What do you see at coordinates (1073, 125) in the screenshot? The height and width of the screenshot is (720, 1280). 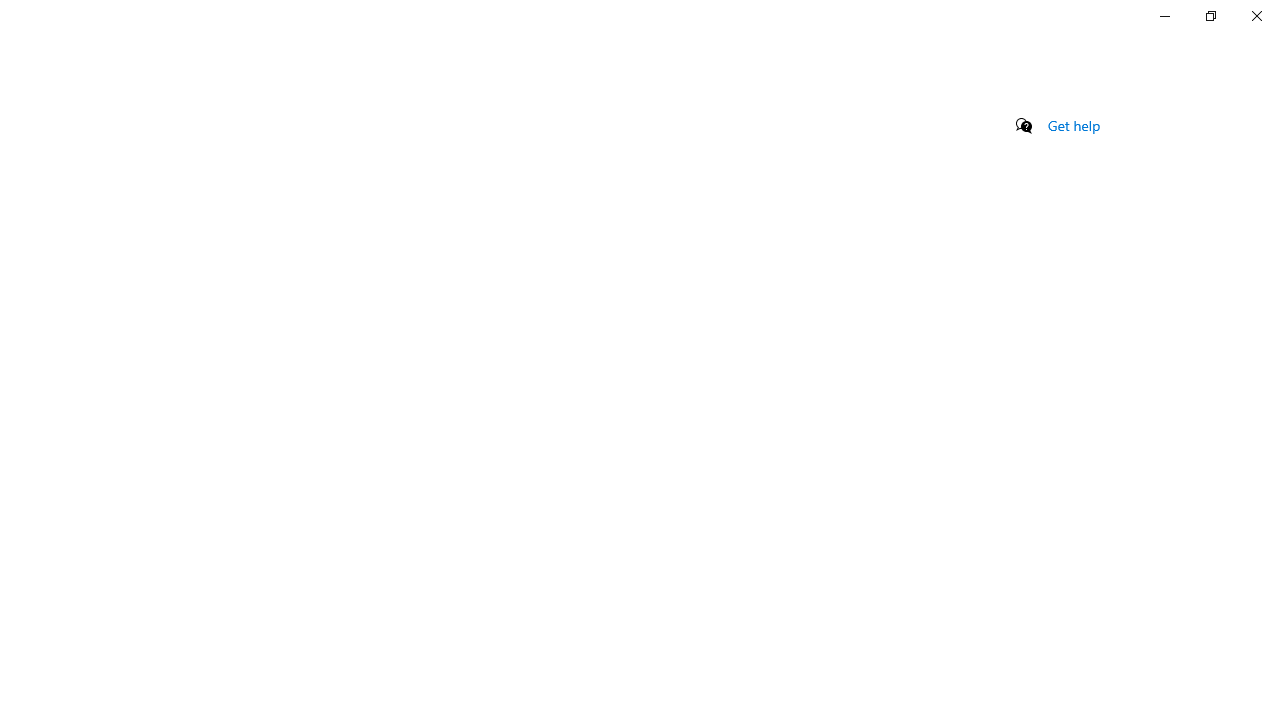 I see `'Get help'` at bounding box center [1073, 125].